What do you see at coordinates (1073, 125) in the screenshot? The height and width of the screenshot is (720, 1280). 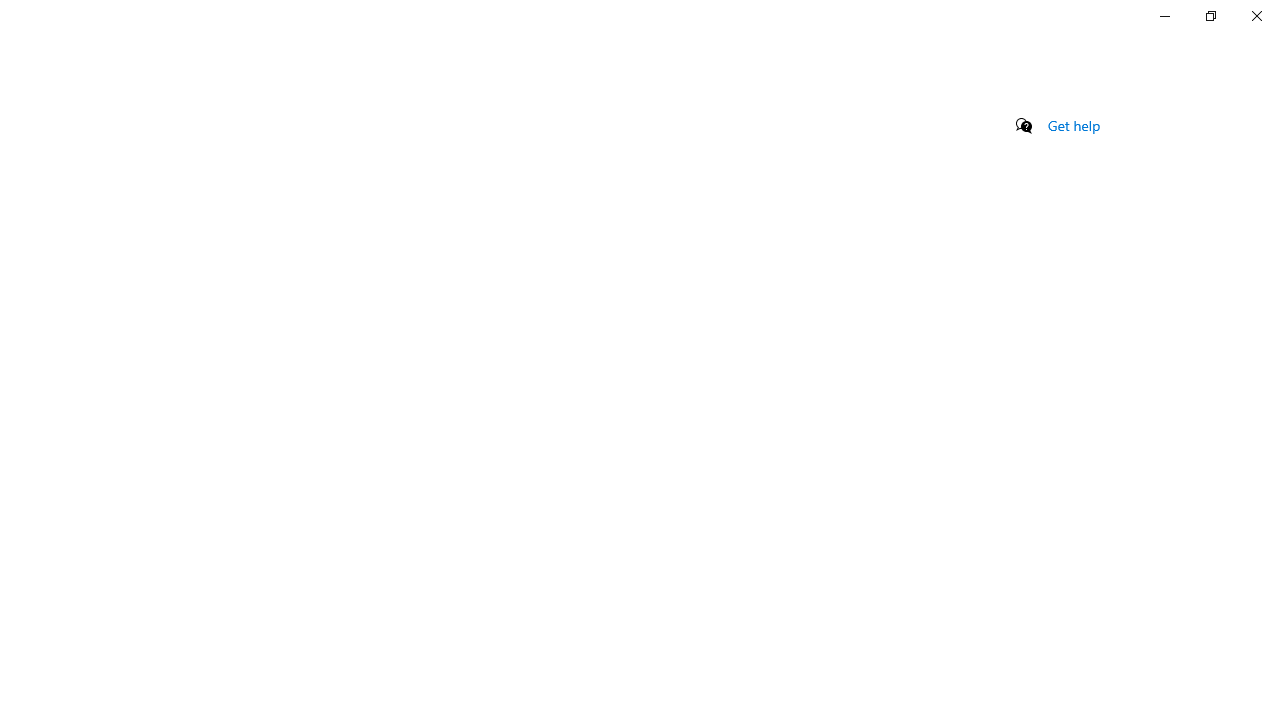 I see `'Get help'` at bounding box center [1073, 125].